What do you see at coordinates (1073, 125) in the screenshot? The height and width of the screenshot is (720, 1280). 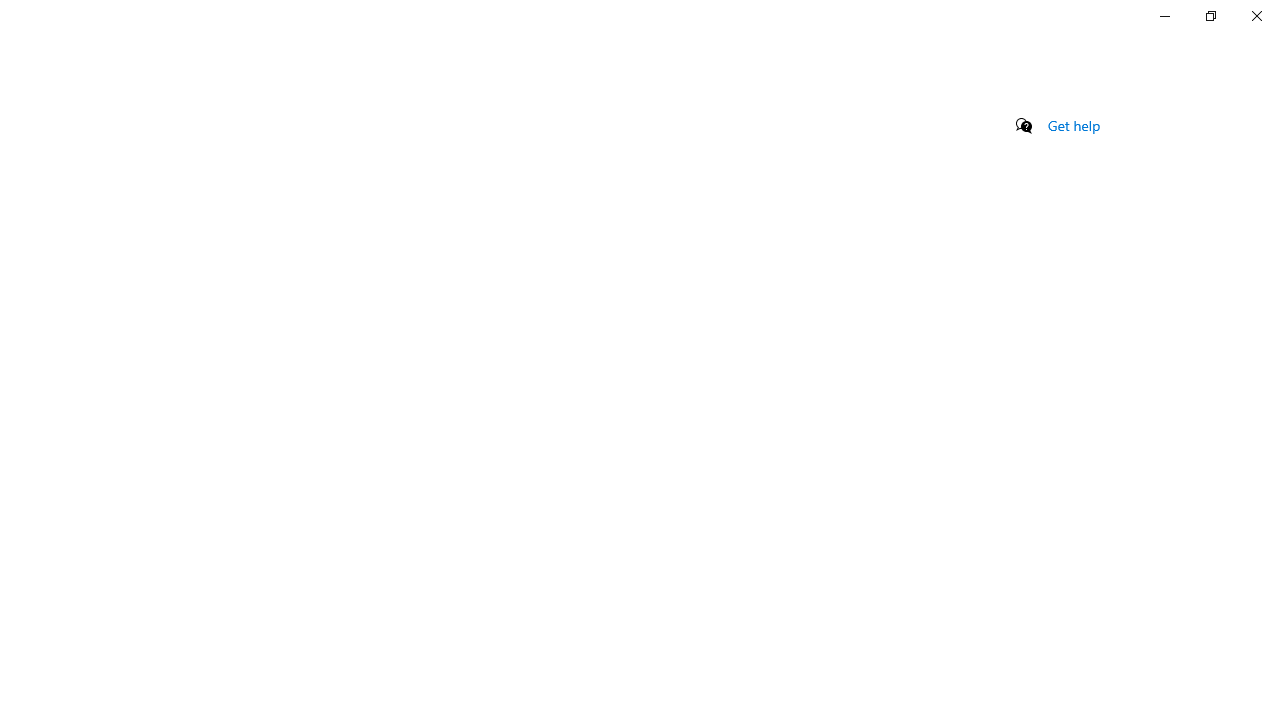 I see `'Get help'` at bounding box center [1073, 125].